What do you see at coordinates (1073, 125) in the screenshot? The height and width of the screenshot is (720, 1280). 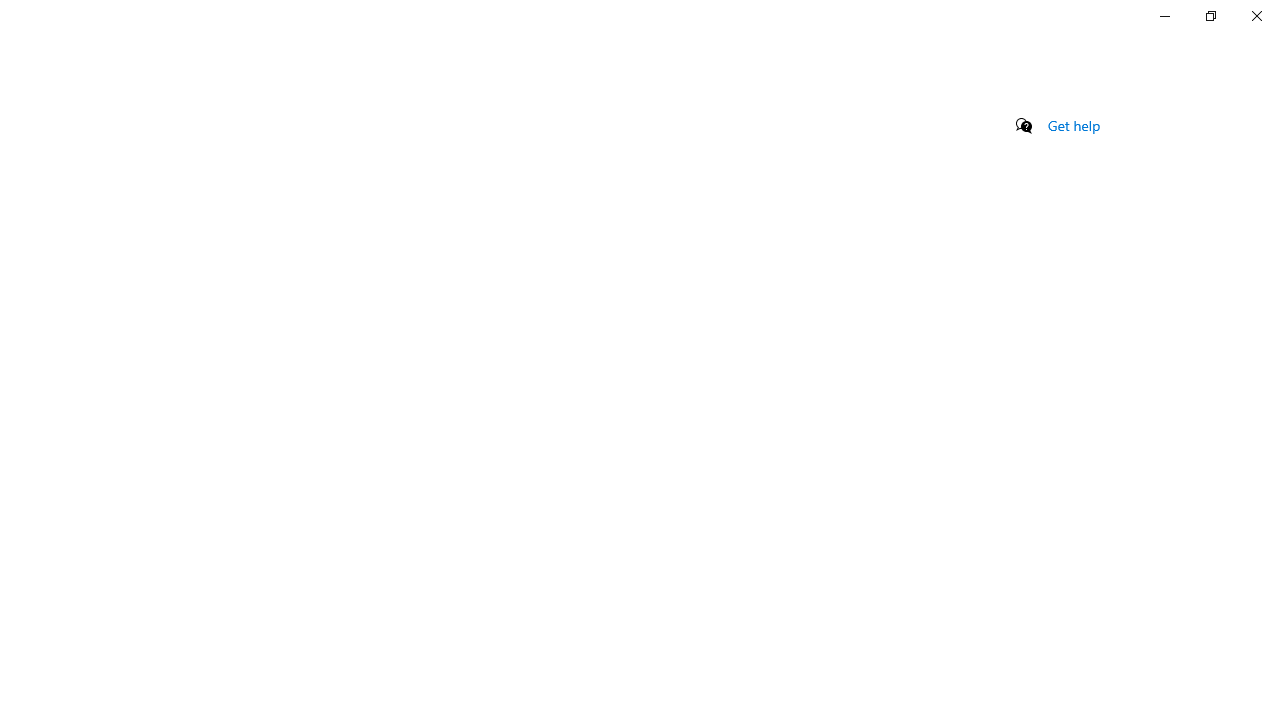 I see `'Get help'` at bounding box center [1073, 125].